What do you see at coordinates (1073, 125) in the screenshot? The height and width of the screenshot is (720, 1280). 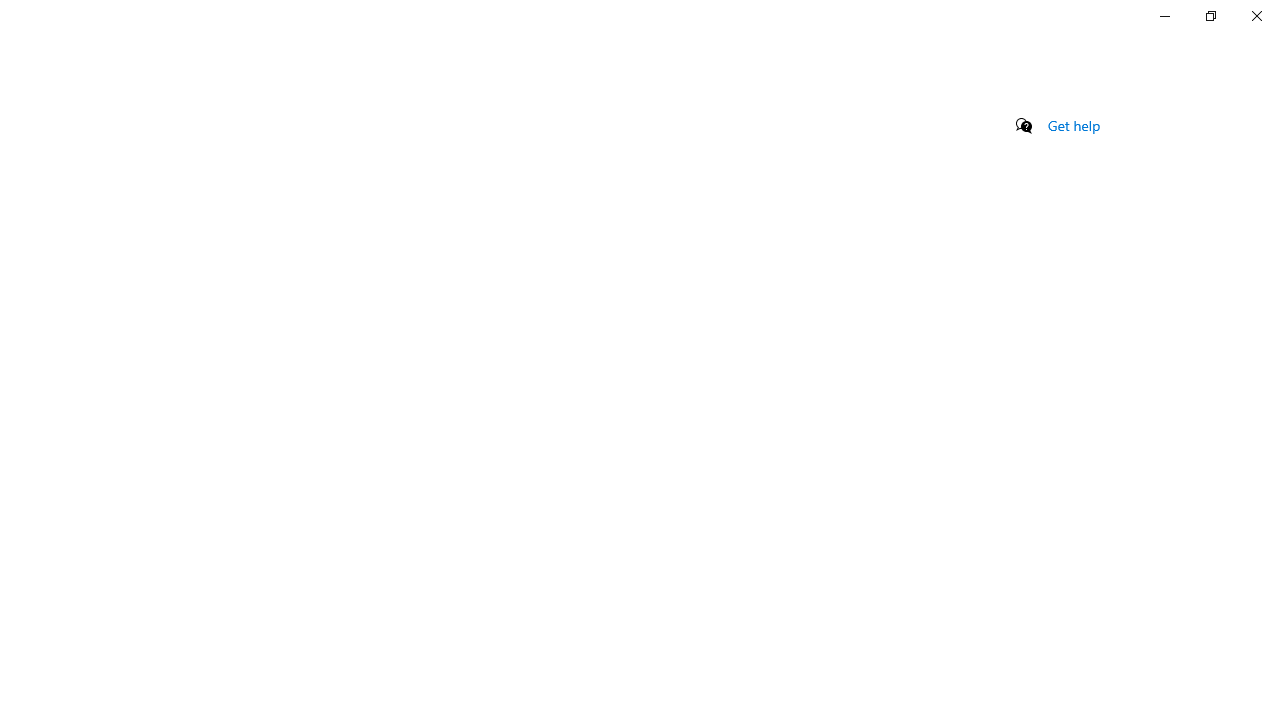 I see `'Get help'` at bounding box center [1073, 125].